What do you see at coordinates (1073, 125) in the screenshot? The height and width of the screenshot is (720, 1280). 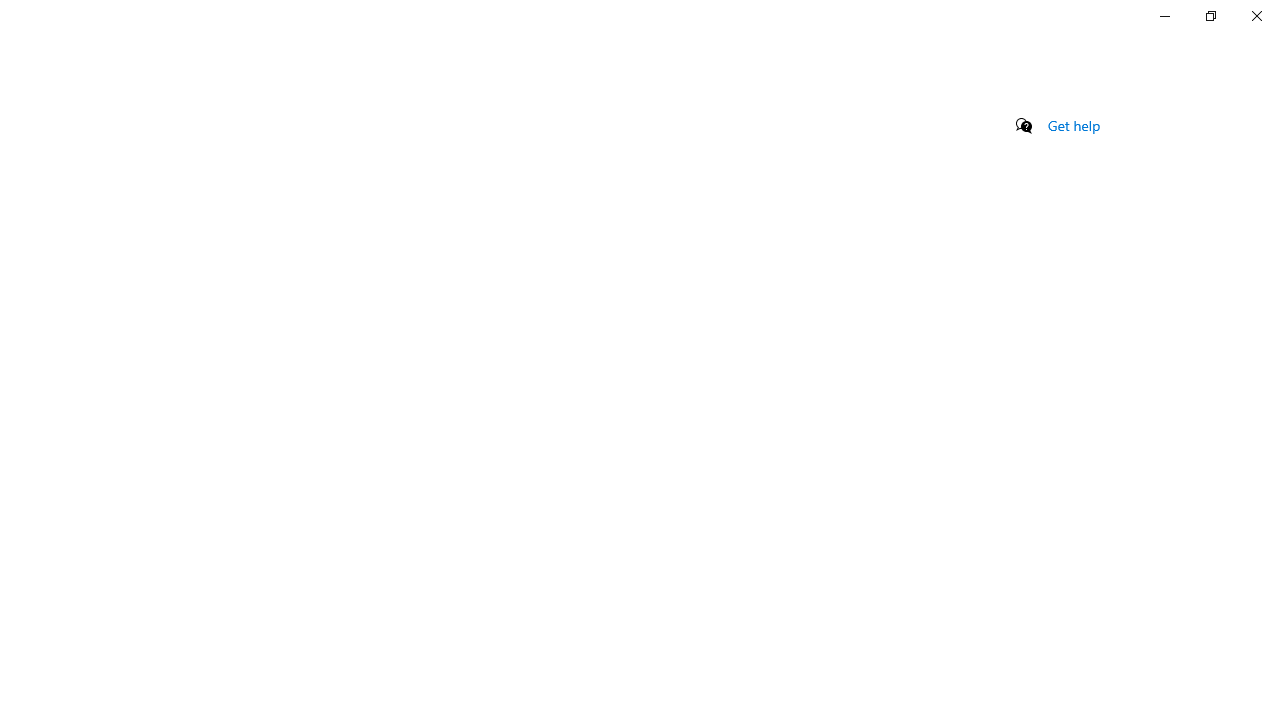 I see `'Get help'` at bounding box center [1073, 125].